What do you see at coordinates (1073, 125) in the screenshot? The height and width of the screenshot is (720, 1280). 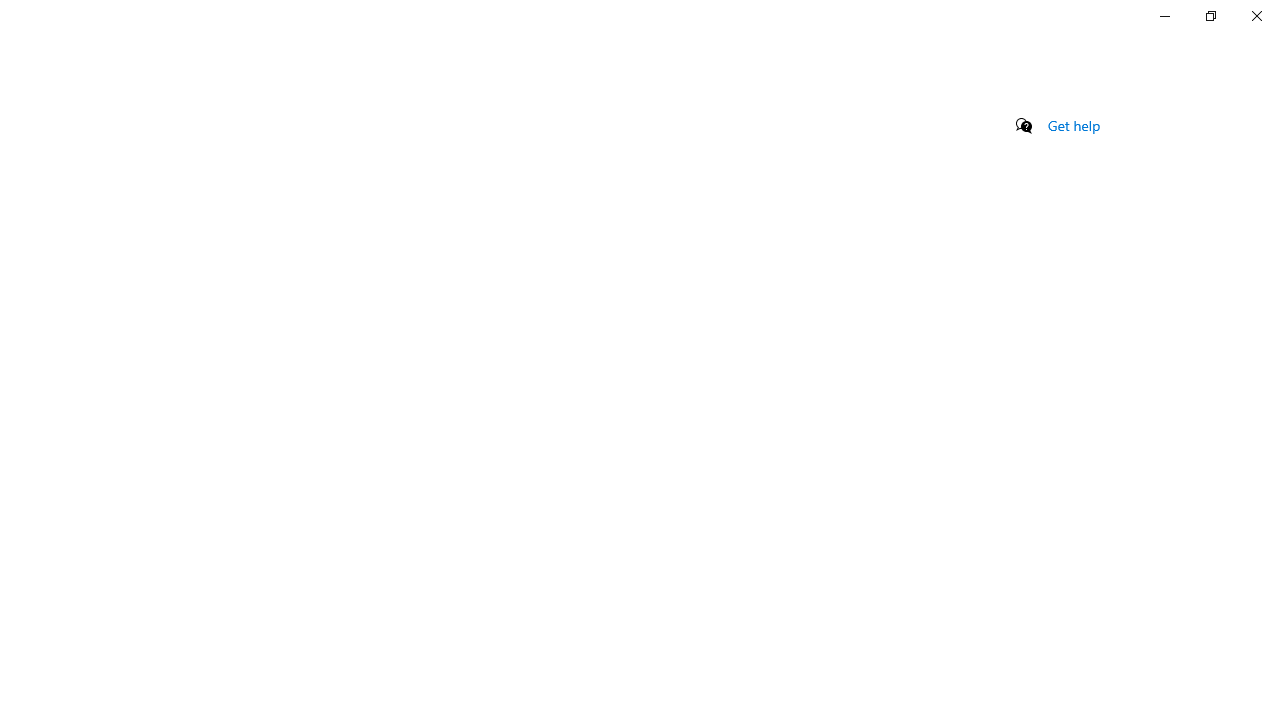 I see `'Get help'` at bounding box center [1073, 125].